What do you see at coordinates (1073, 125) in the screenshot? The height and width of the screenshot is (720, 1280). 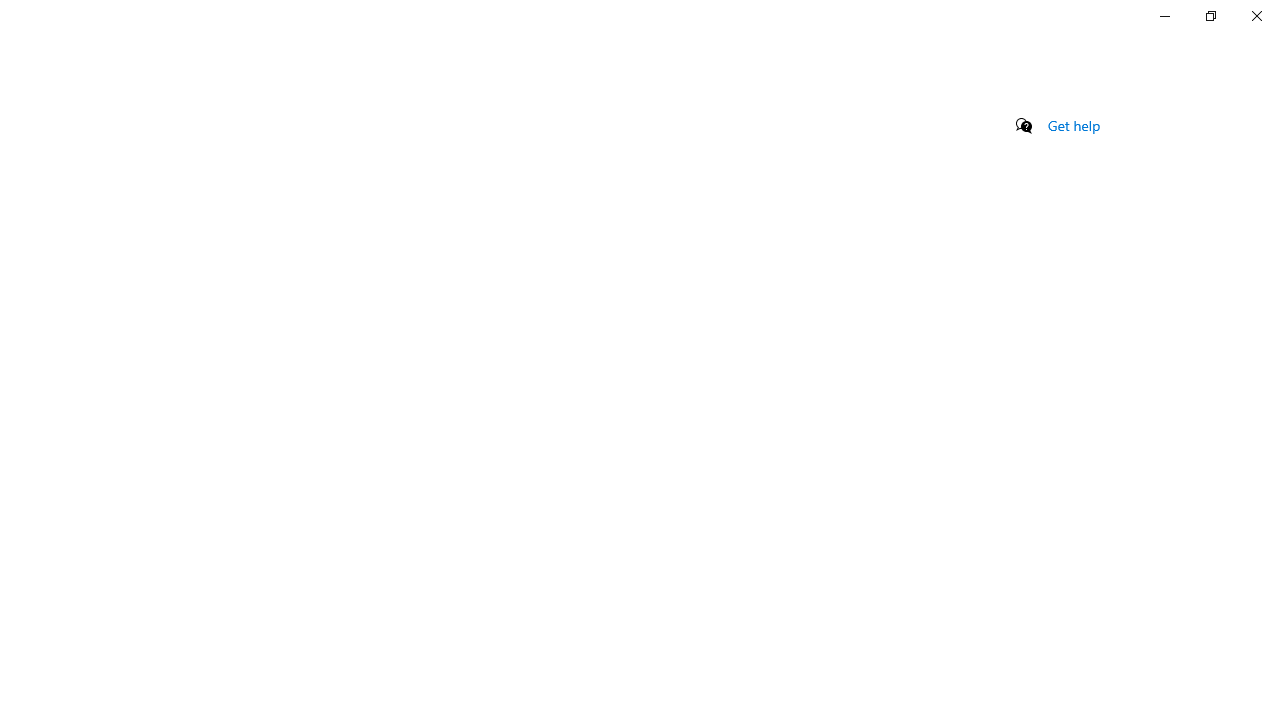 I see `'Get help'` at bounding box center [1073, 125].